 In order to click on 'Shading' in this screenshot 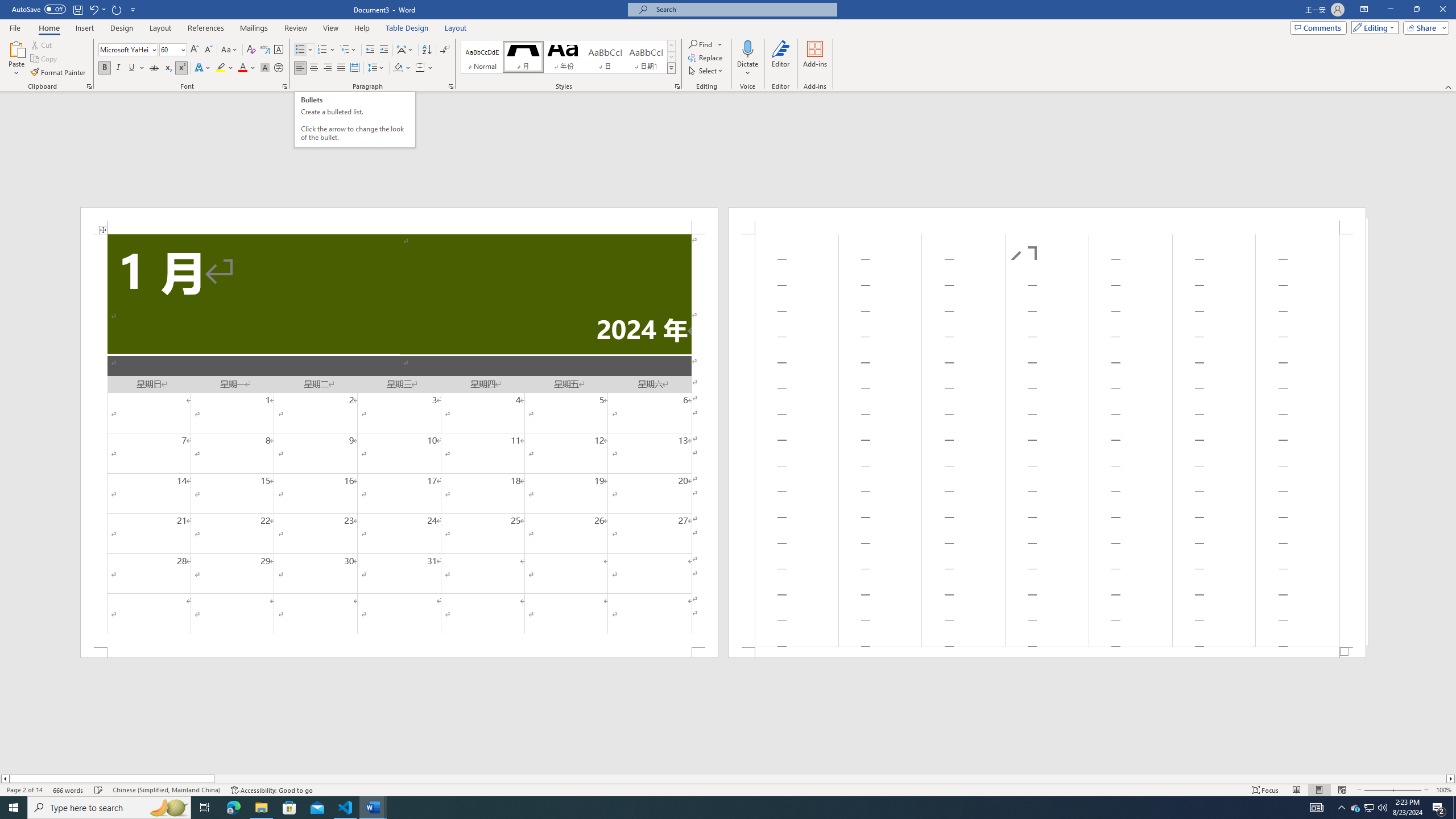, I will do `click(402, 67)`.